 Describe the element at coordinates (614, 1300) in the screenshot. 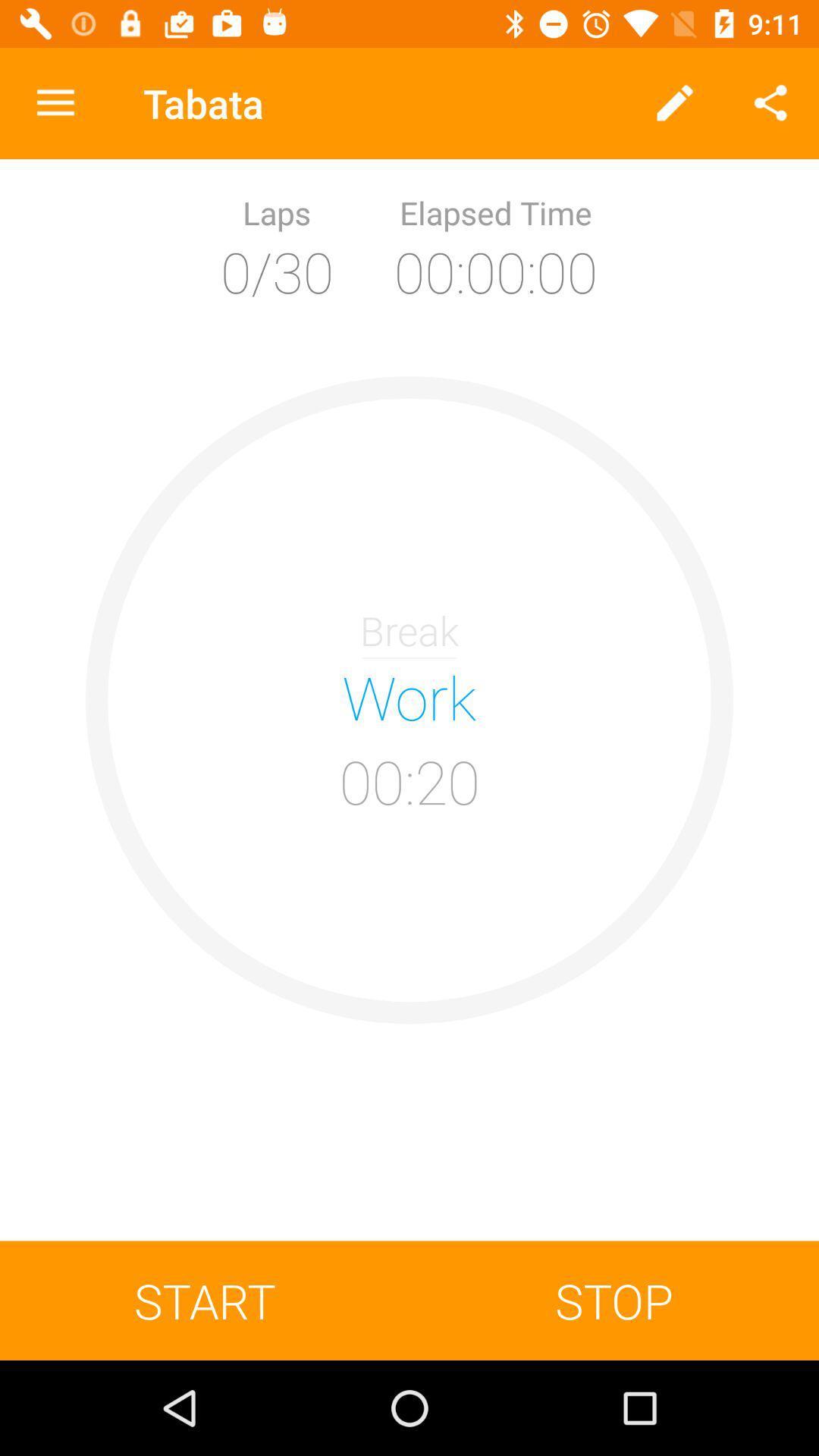

I see `the icon at the bottom right corner` at that location.